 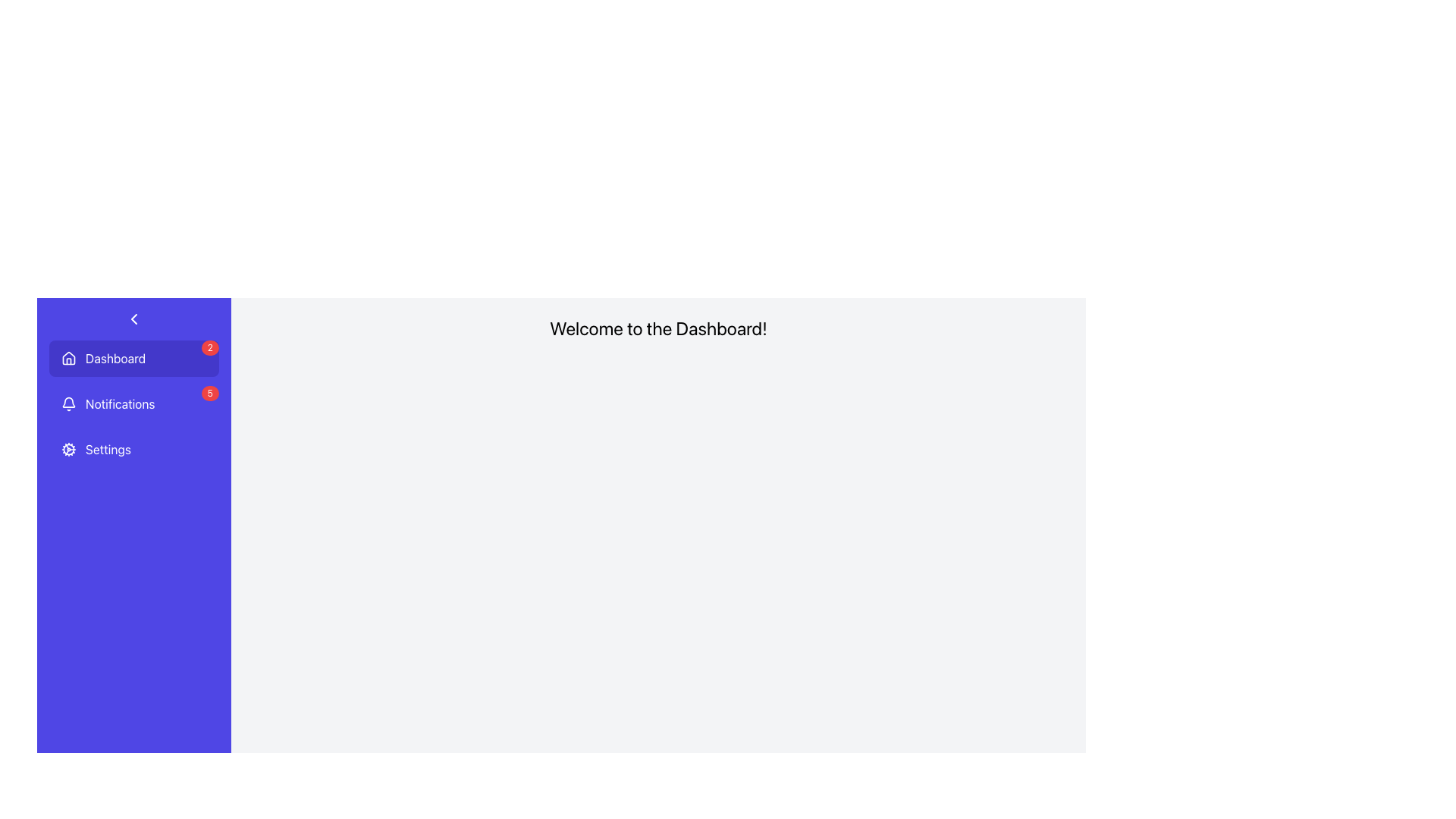 What do you see at coordinates (134, 318) in the screenshot?
I see `the collapse button located at the top-left corner of the purple sidebar, above the 'Dashboard' section` at bounding box center [134, 318].